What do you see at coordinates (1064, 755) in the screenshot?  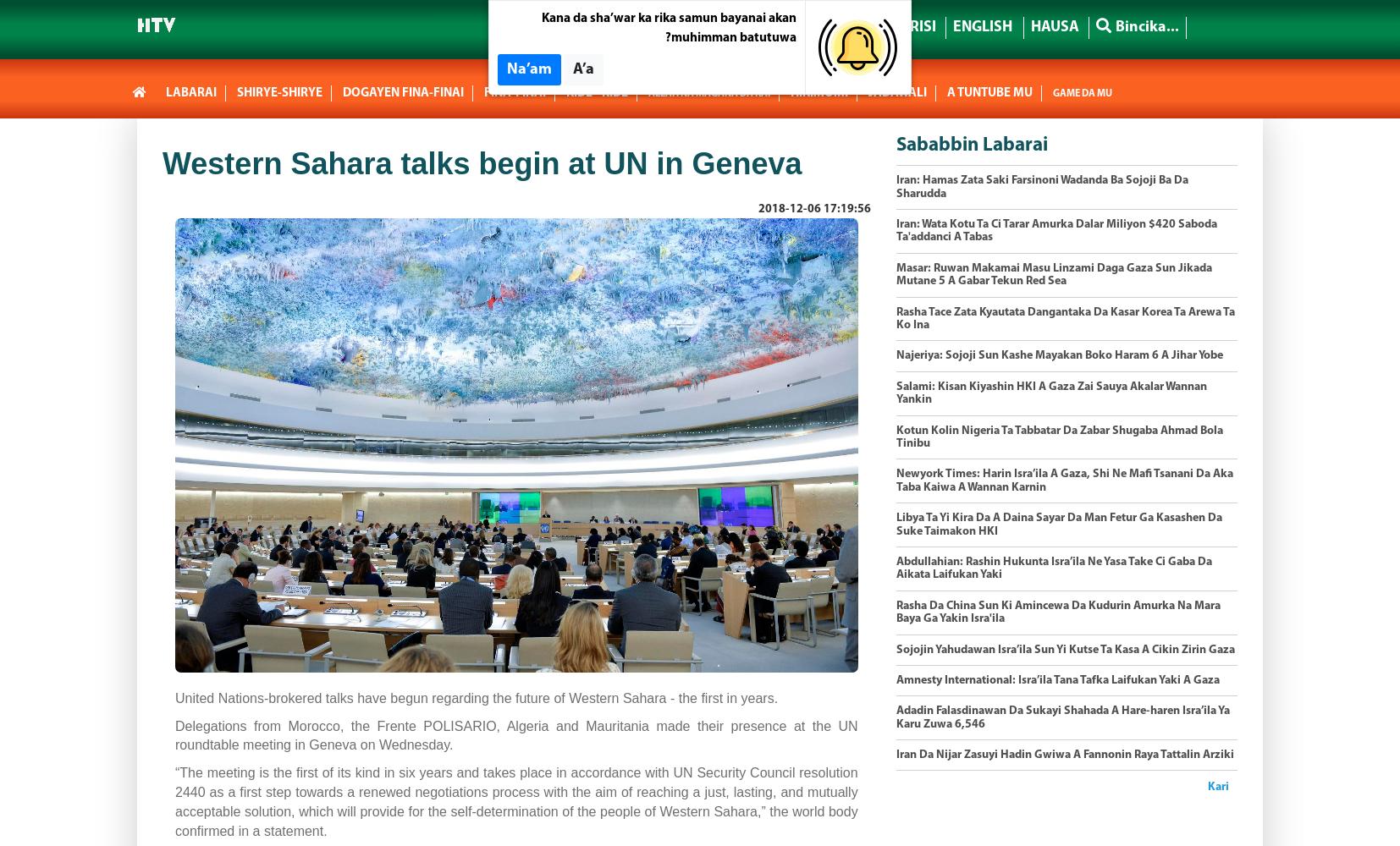 I see `'Iran Da Nijar Zasuyi Hadin Gwiwa A Fannonin Raya Tattalin Arziki'` at bounding box center [1064, 755].